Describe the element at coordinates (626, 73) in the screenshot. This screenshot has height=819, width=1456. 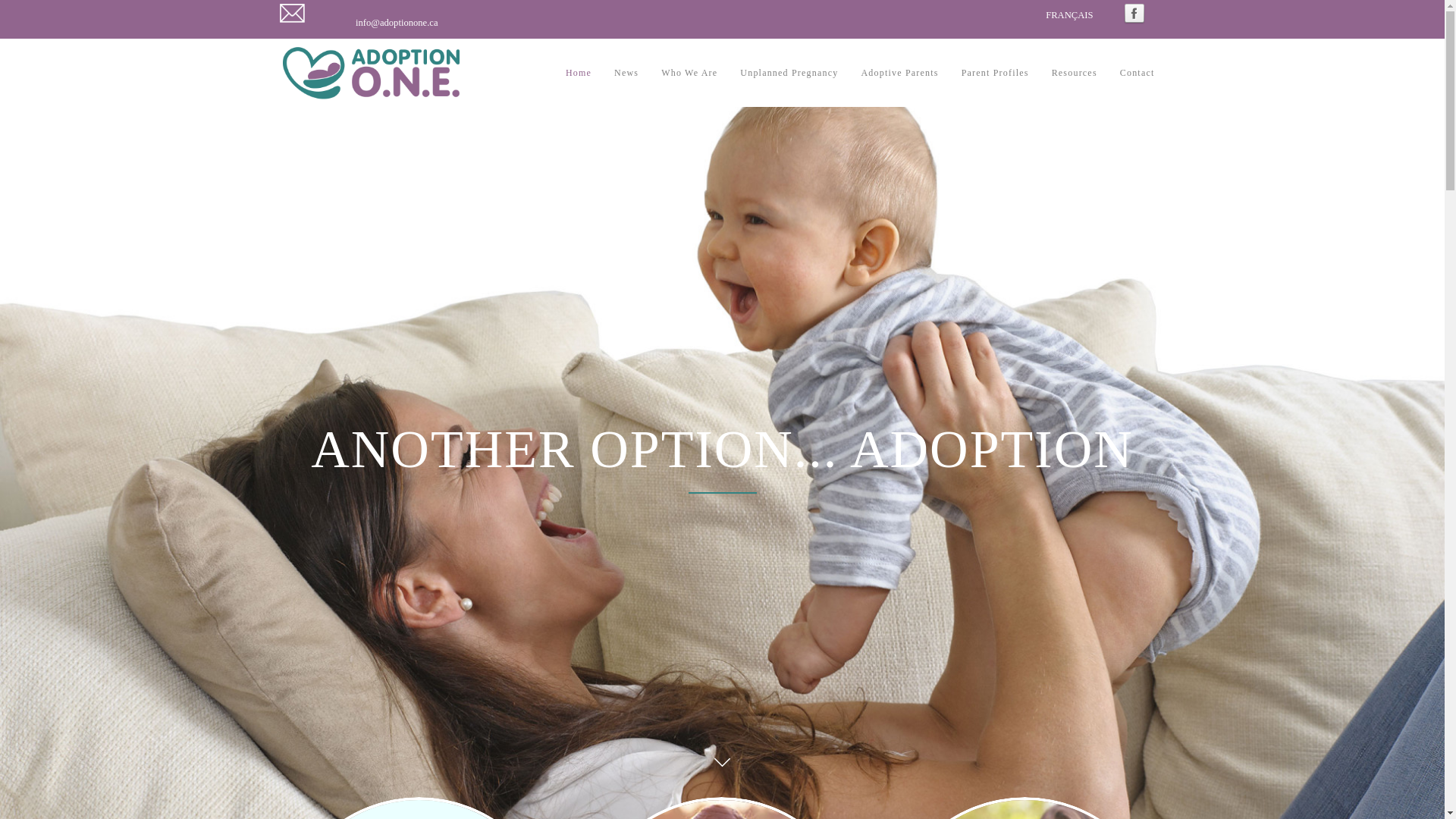
I see `'News'` at that location.